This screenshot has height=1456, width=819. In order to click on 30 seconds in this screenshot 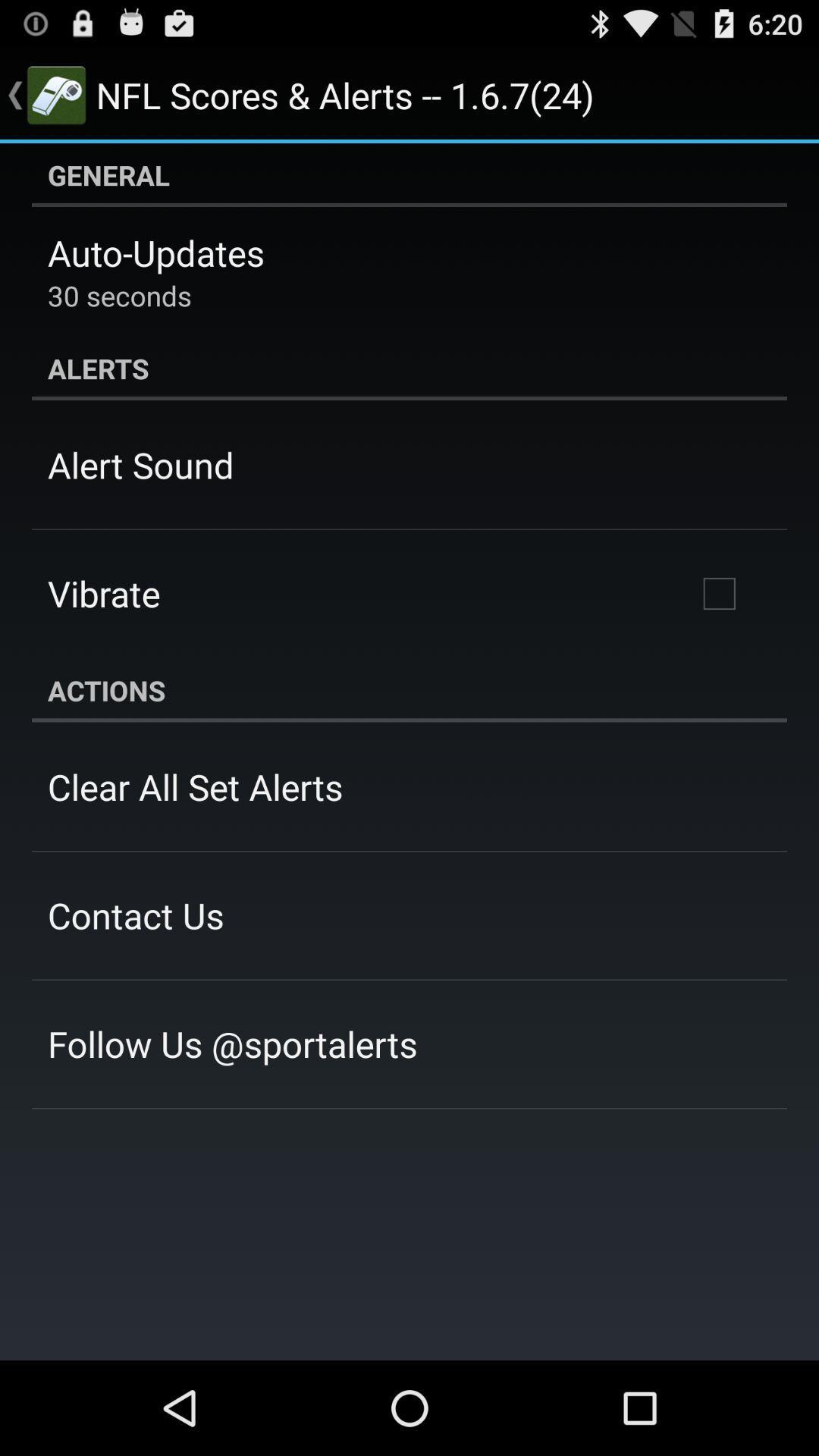, I will do `click(118, 295)`.